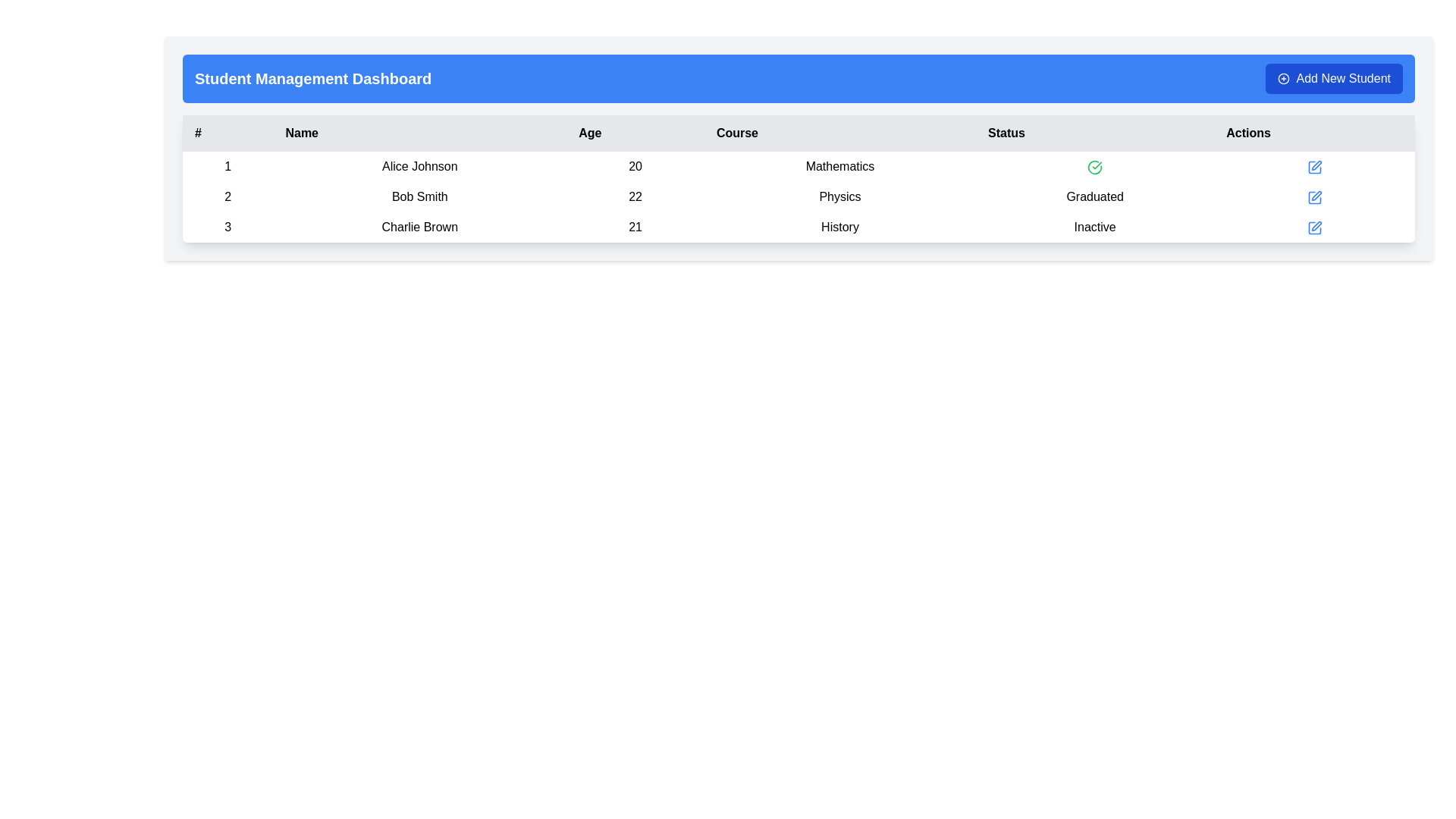  Describe the element at coordinates (798, 196) in the screenshot. I see `the second data row displaying student information for 'Bob Smith', which includes details such as age, course, and status in the student management dashboard` at that location.